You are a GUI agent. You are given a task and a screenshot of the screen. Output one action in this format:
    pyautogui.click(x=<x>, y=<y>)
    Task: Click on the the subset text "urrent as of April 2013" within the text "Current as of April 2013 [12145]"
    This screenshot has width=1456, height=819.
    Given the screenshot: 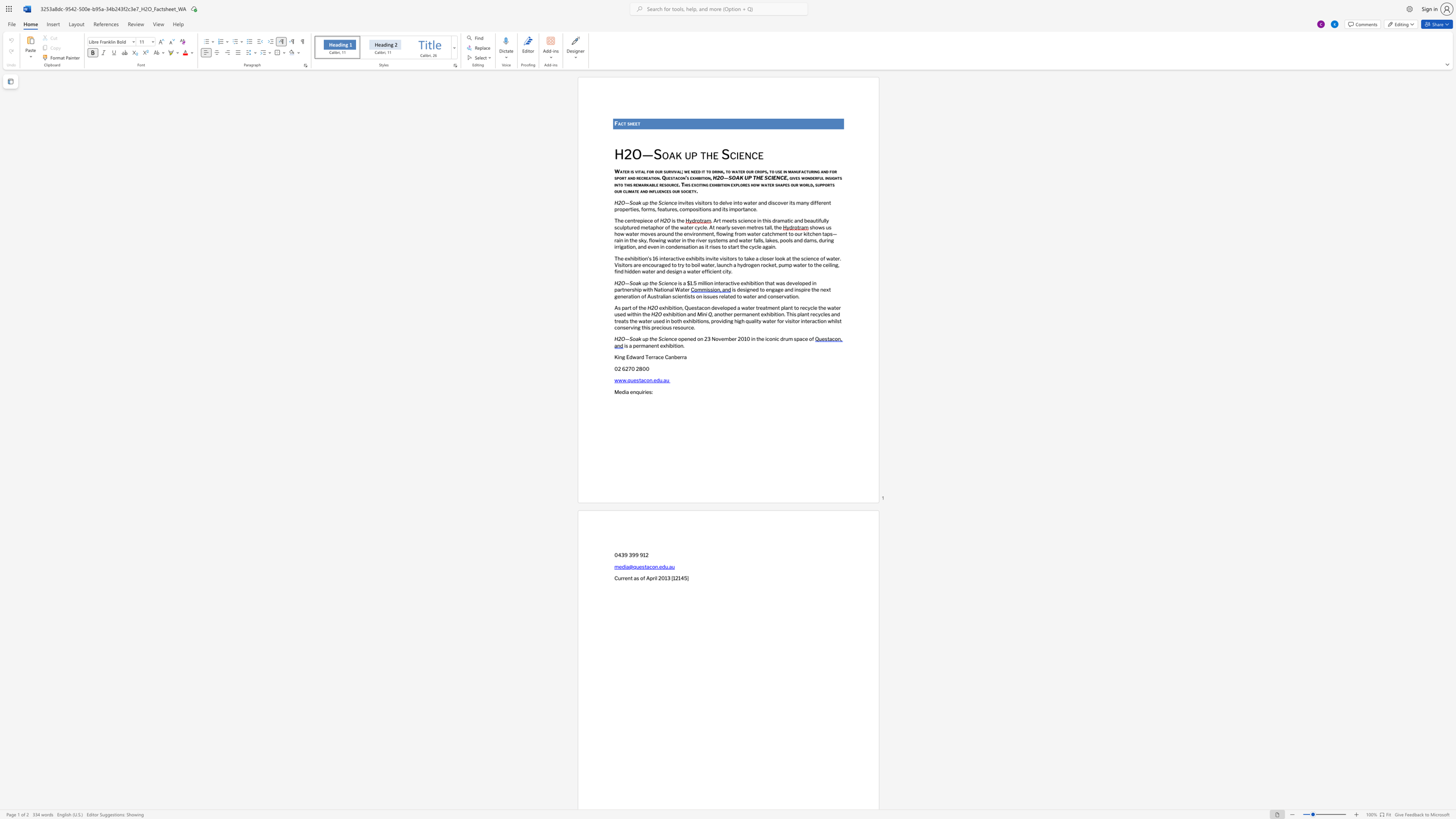 What is the action you would take?
    pyautogui.click(x=618, y=578)
    